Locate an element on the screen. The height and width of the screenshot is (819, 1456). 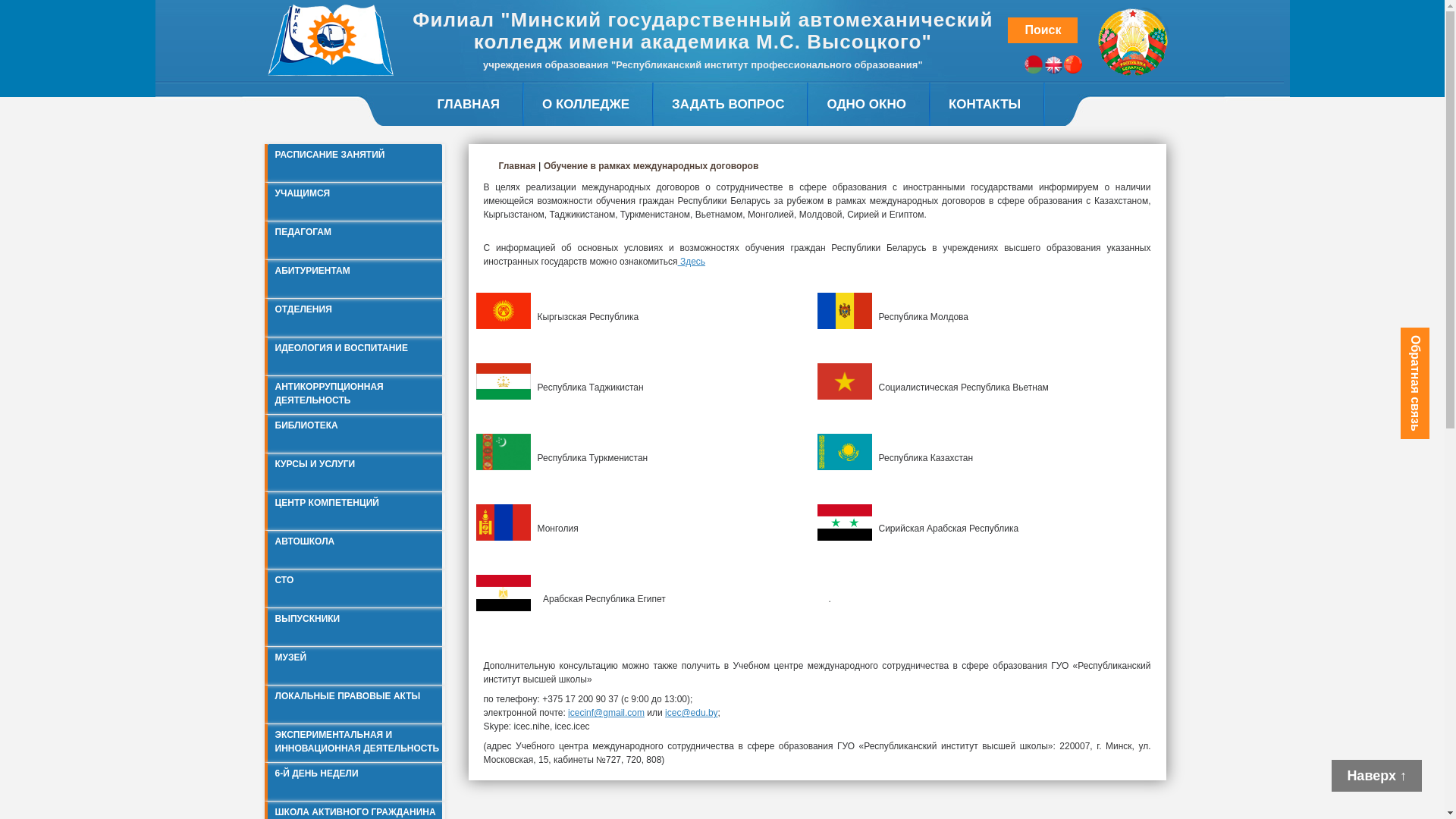
'icec@edu.by' is located at coordinates (665, 713).